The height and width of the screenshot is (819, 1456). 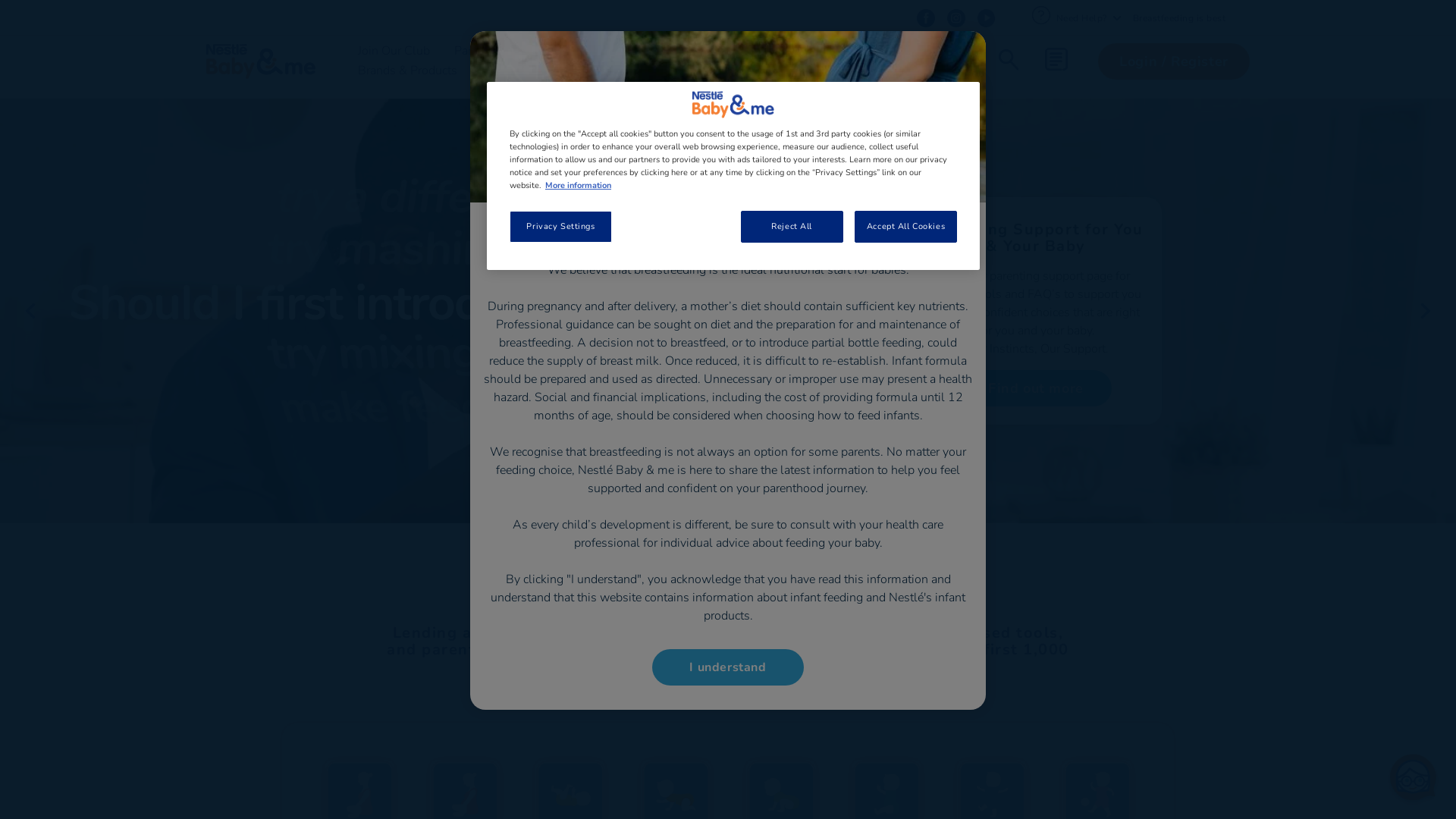 What do you see at coordinates (946, 17) in the screenshot?
I see `'instagram'` at bounding box center [946, 17].